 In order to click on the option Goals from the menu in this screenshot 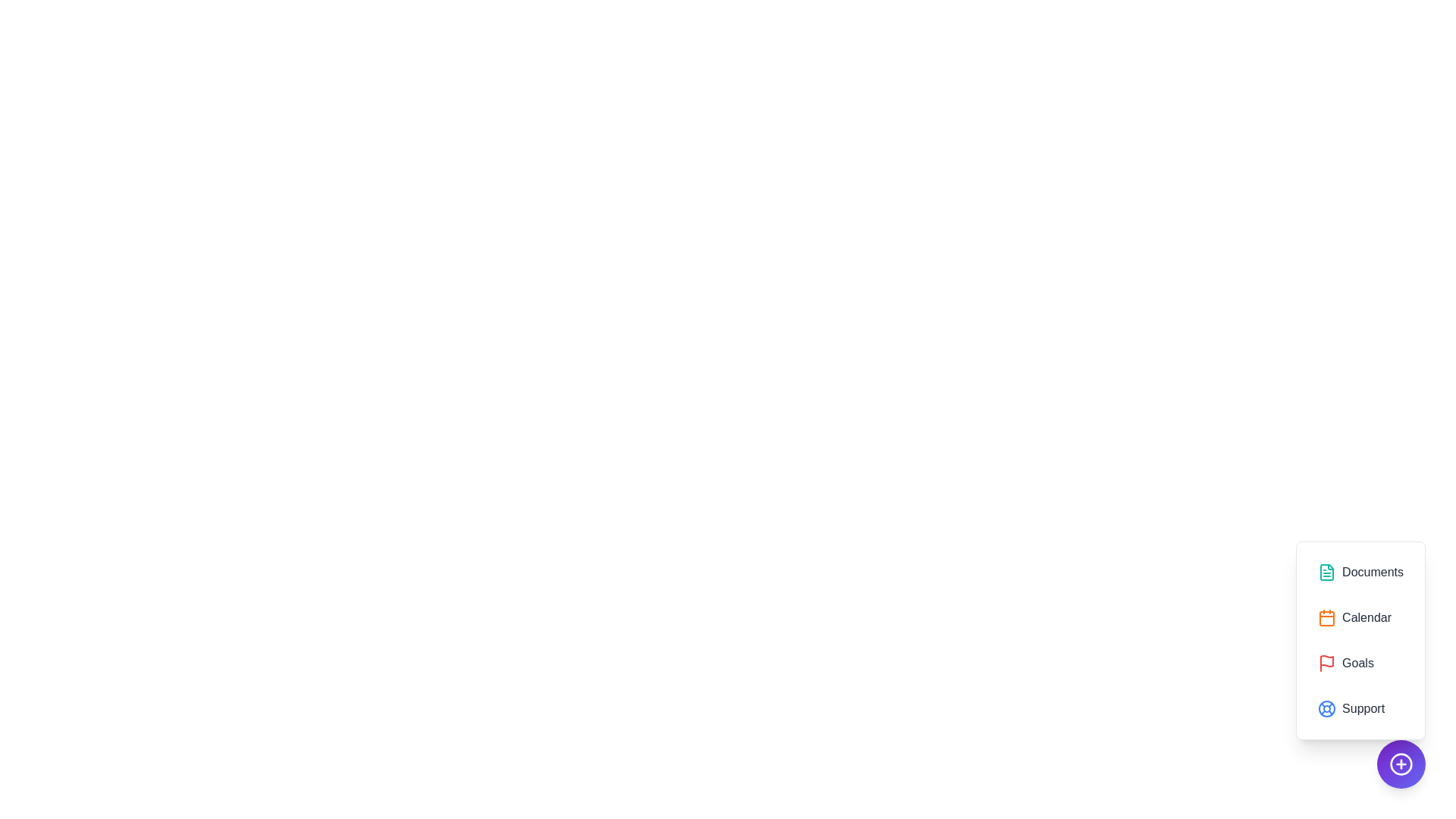, I will do `click(1360, 663)`.